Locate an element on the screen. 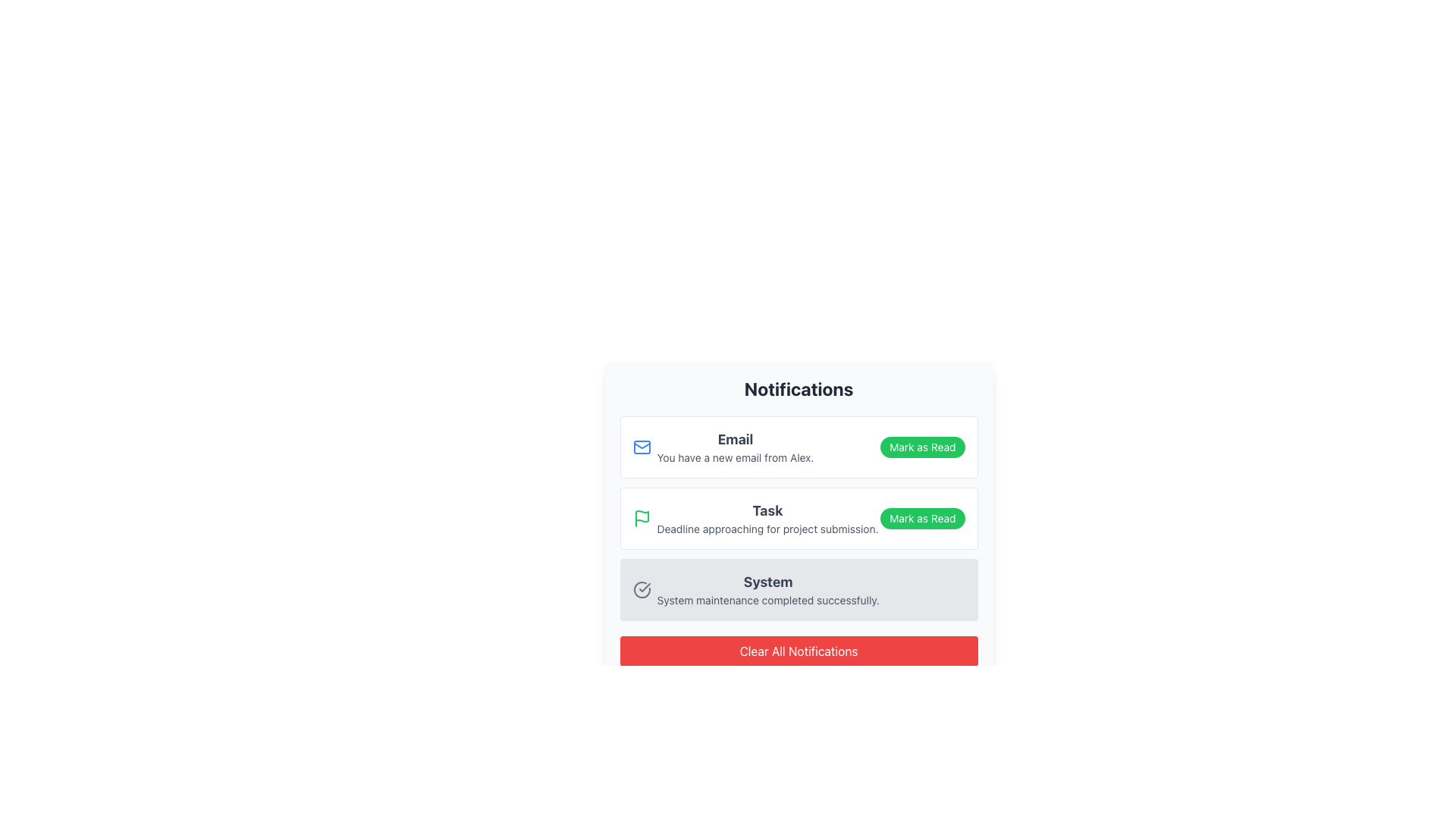 The image size is (1456, 819). the text label displaying 'You have a new email from Alex.', which is styled in gray and located beneath the 'Email' heading in the notification card is located at coordinates (735, 457).